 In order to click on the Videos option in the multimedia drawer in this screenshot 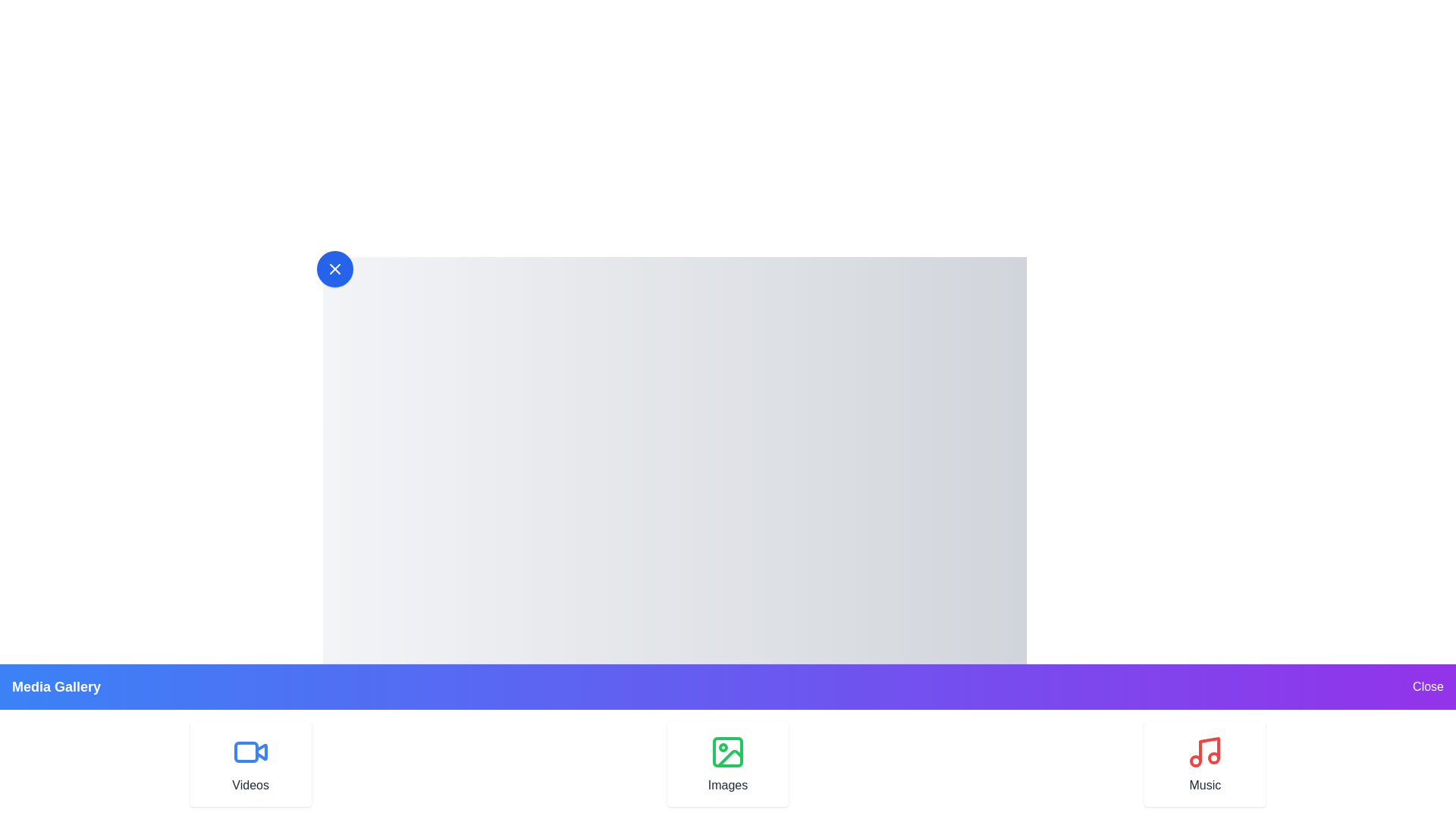, I will do `click(250, 764)`.